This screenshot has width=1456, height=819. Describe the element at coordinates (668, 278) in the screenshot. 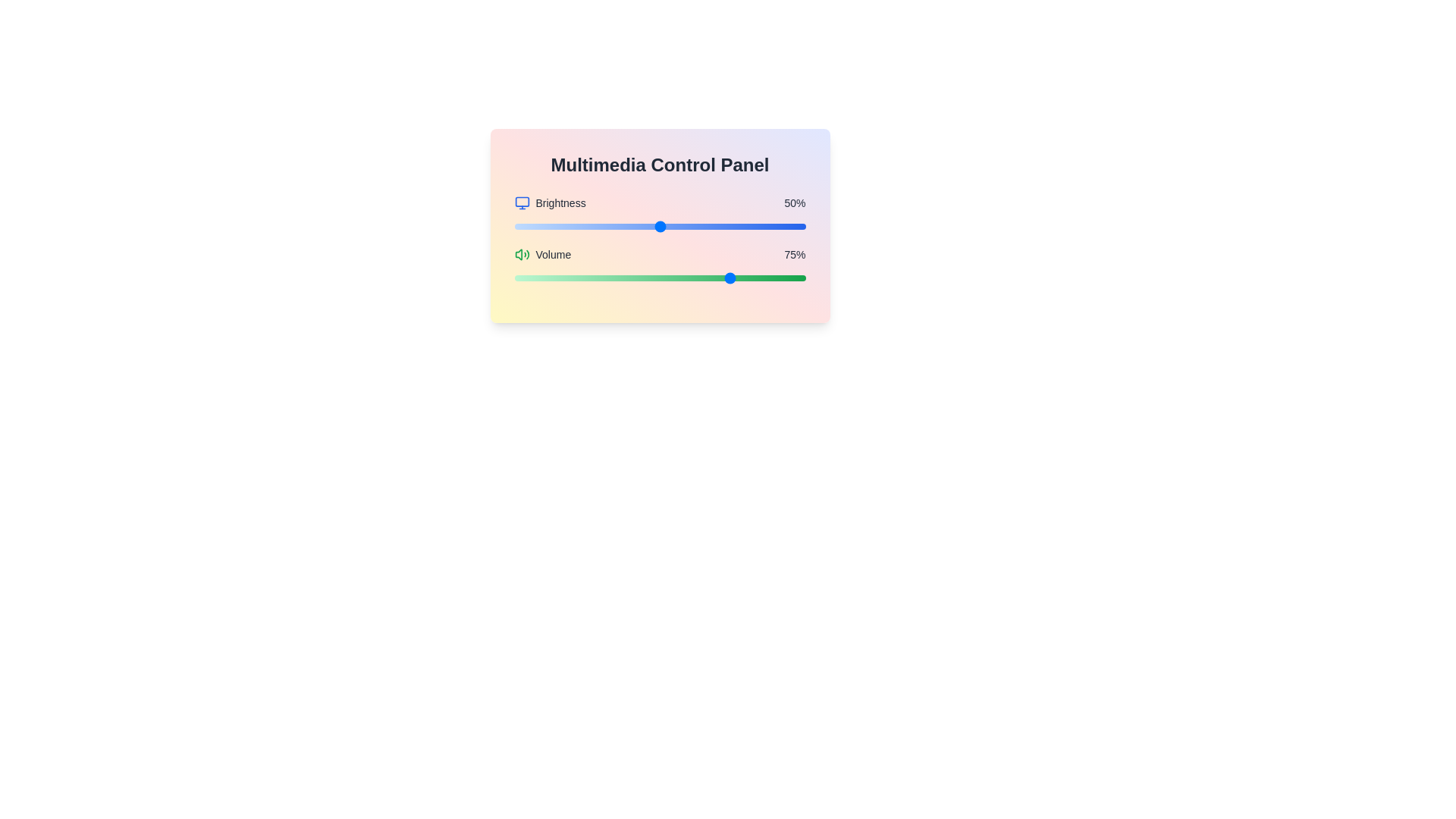

I see `the volume slider to 53% by dragging the slider to the desired position` at that location.